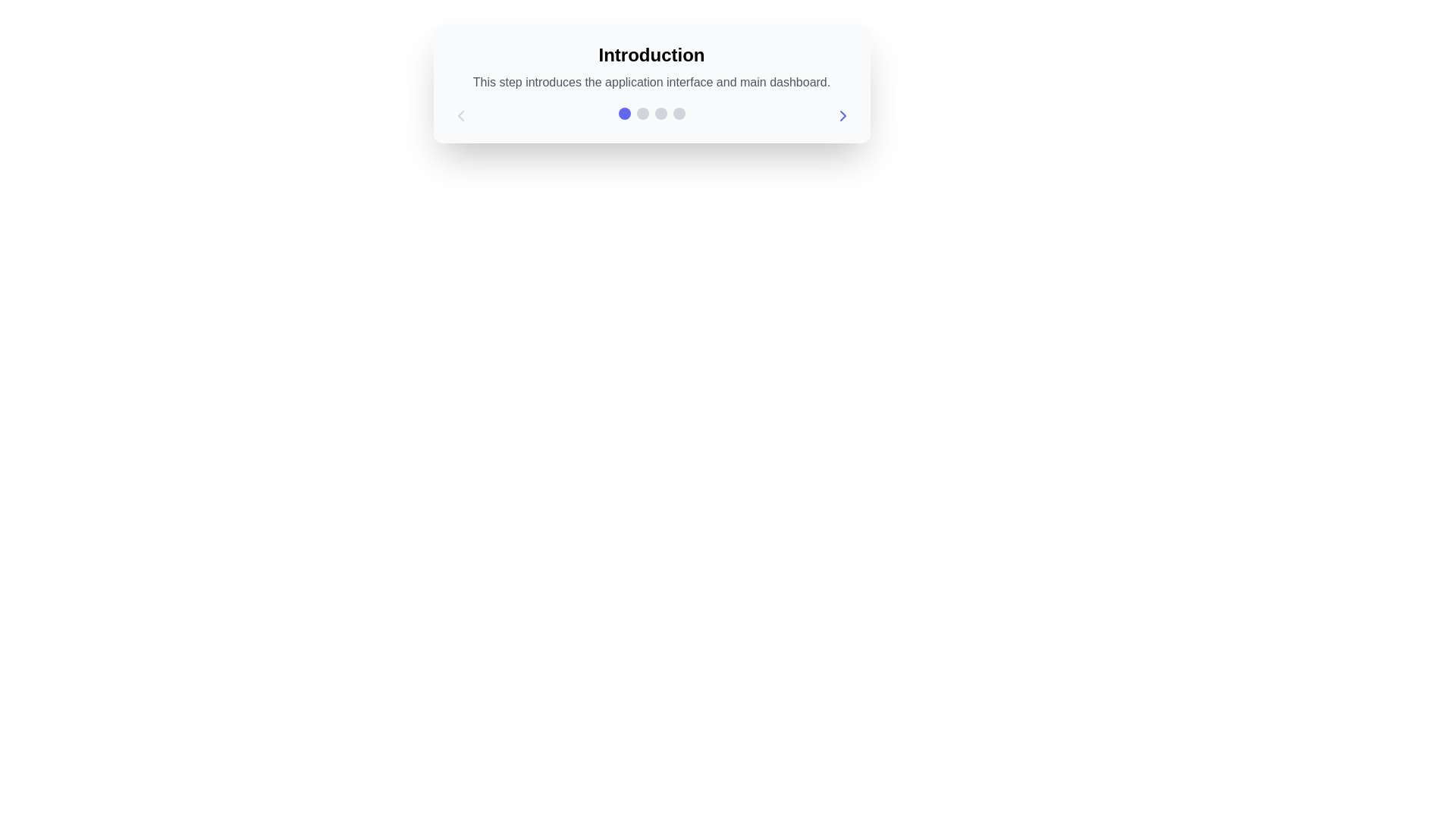  What do you see at coordinates (678, 113) in the screenshot?
I see `the fourth and last dot of the Progress Indicator in the multi-step interface located at the bottom of the 'Introduction' card` at bounding box center [678, 113].